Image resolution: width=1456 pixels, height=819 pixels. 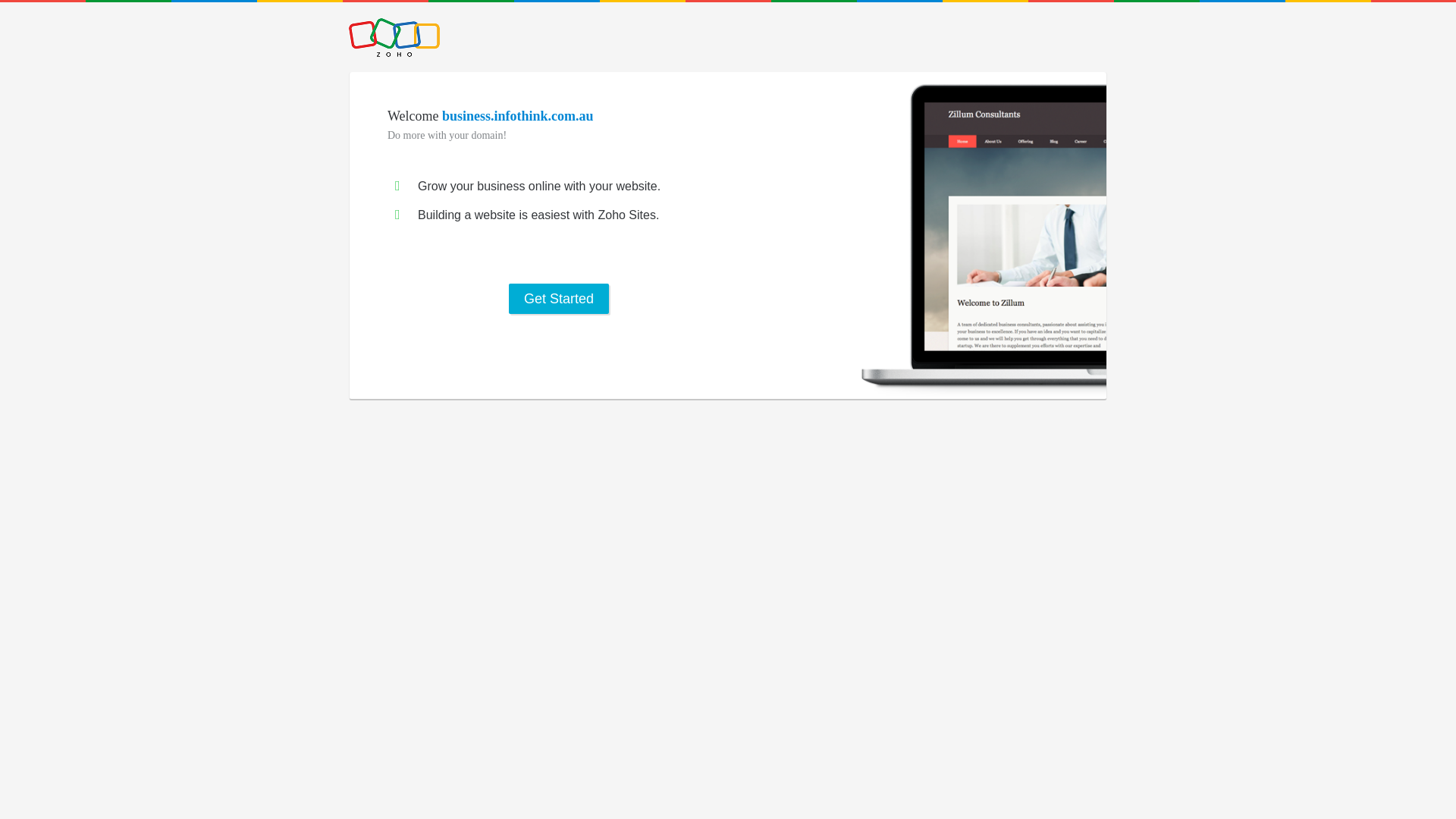 What do you see at coordinates (558, 298) in the screenshot?
I see `'Get Started'` at bounding box center [558, 298].